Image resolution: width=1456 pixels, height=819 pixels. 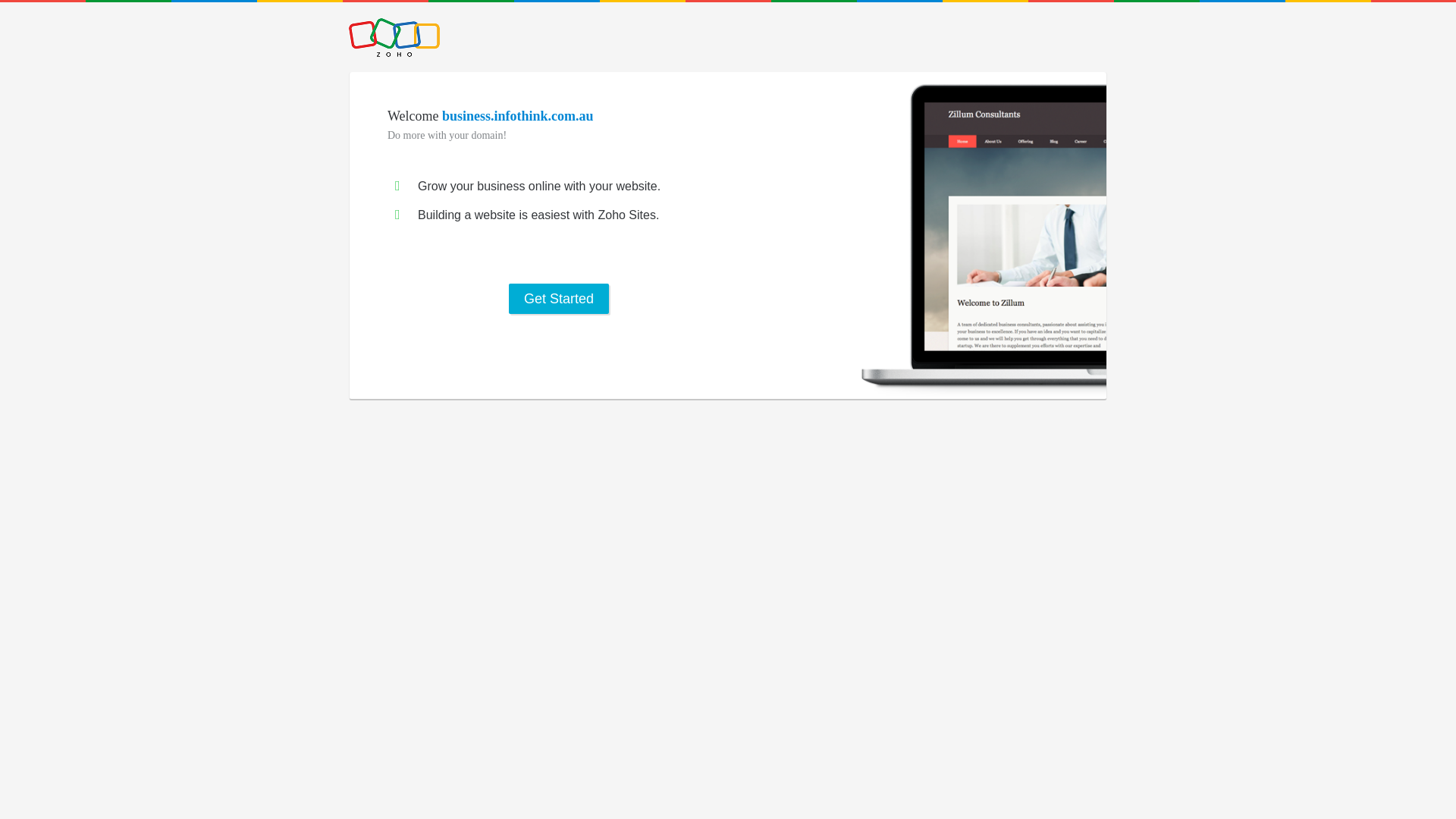 What do you see at coordinates (558, 298) in the screenshot?
I see `'Get Started'` at bounding box center [558, 298].